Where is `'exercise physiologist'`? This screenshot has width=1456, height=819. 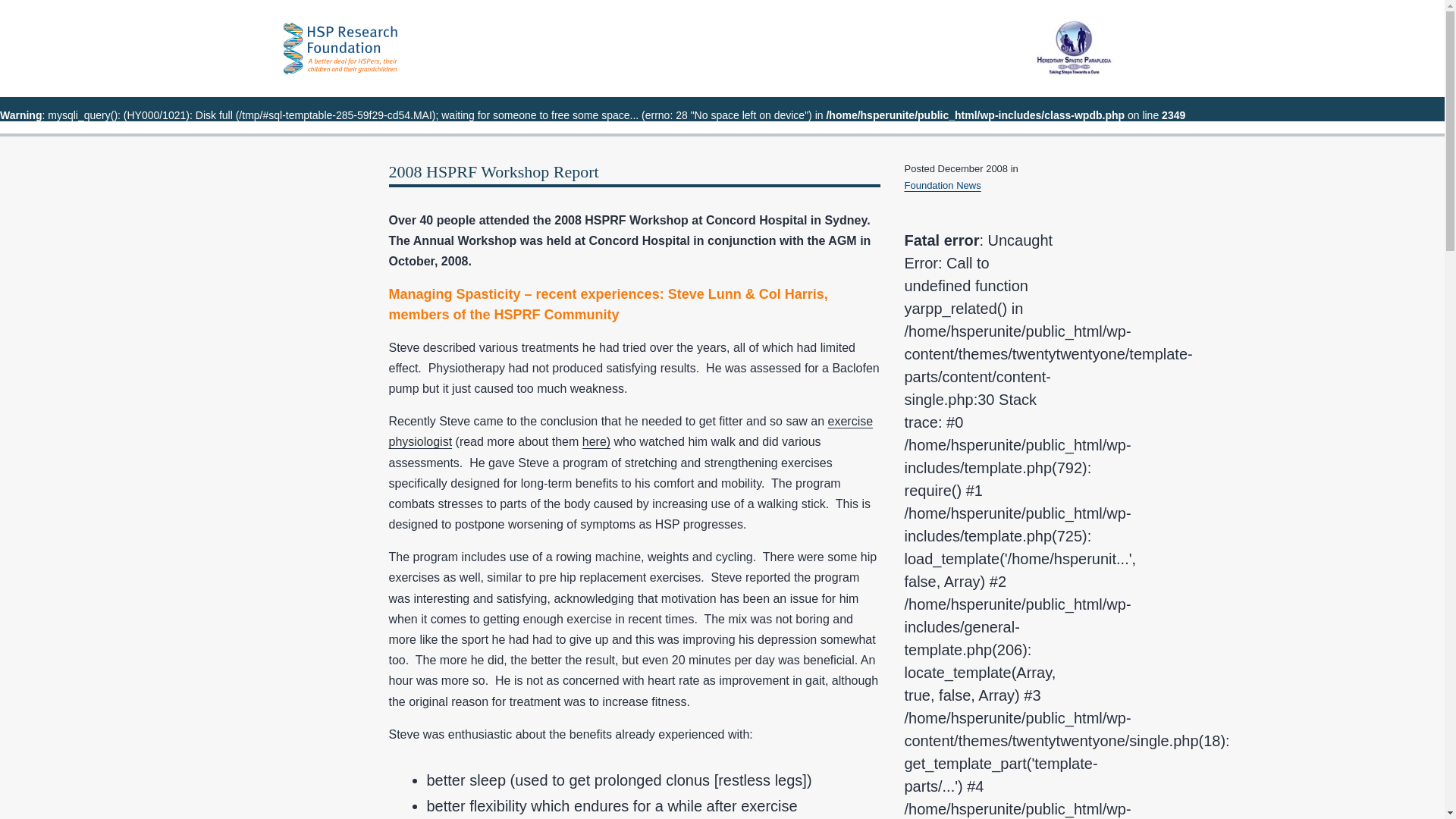 'exercise physiologist' is located at coordinates (630, 431).